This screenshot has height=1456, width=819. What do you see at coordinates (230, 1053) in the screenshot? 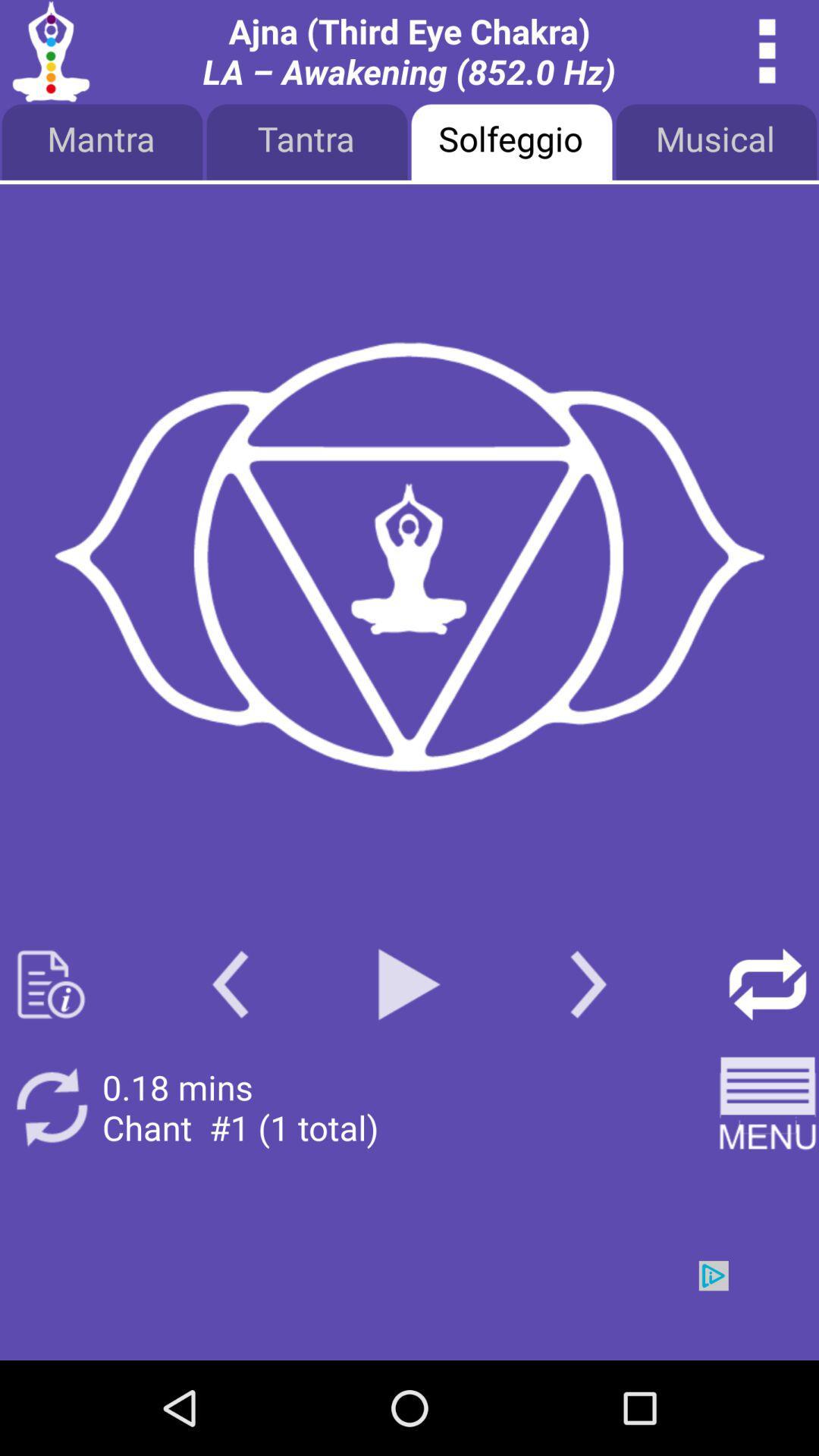
I see `the arrow_backward icon` at bounding box center [230, 1053].